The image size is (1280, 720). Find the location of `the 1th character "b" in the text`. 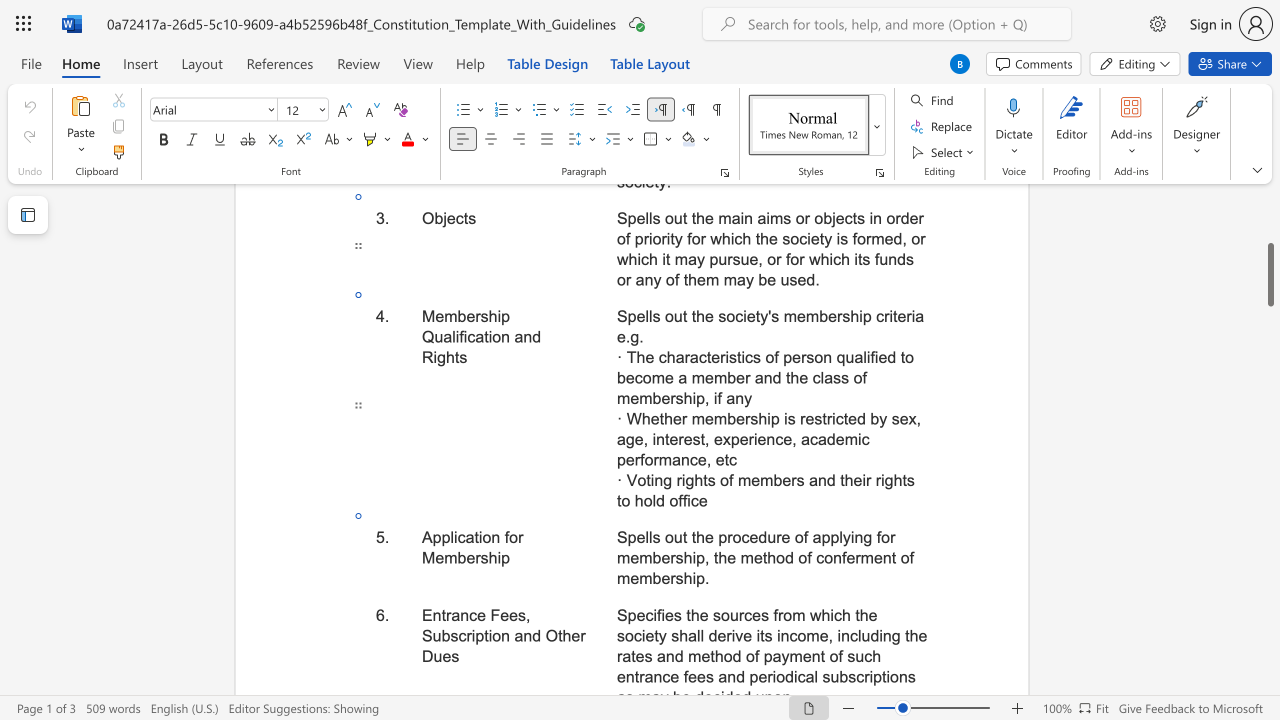

the 1th character "b" in the text is located at coordinates (460, 558).